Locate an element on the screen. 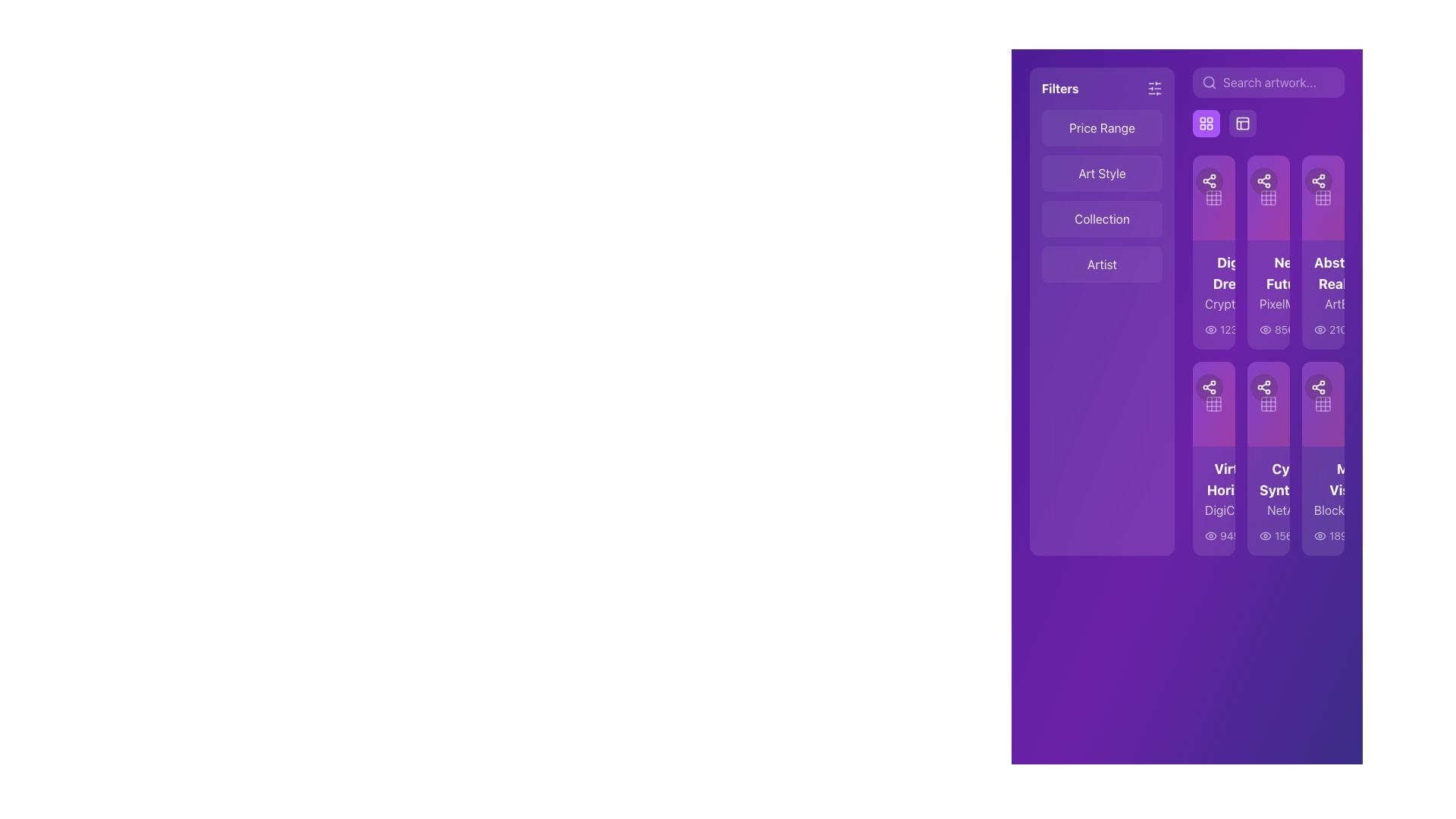  the circular share button with a white icon of three dots connected by lines, located in the top-right corner of the card is located at coordinates (1317, 386).